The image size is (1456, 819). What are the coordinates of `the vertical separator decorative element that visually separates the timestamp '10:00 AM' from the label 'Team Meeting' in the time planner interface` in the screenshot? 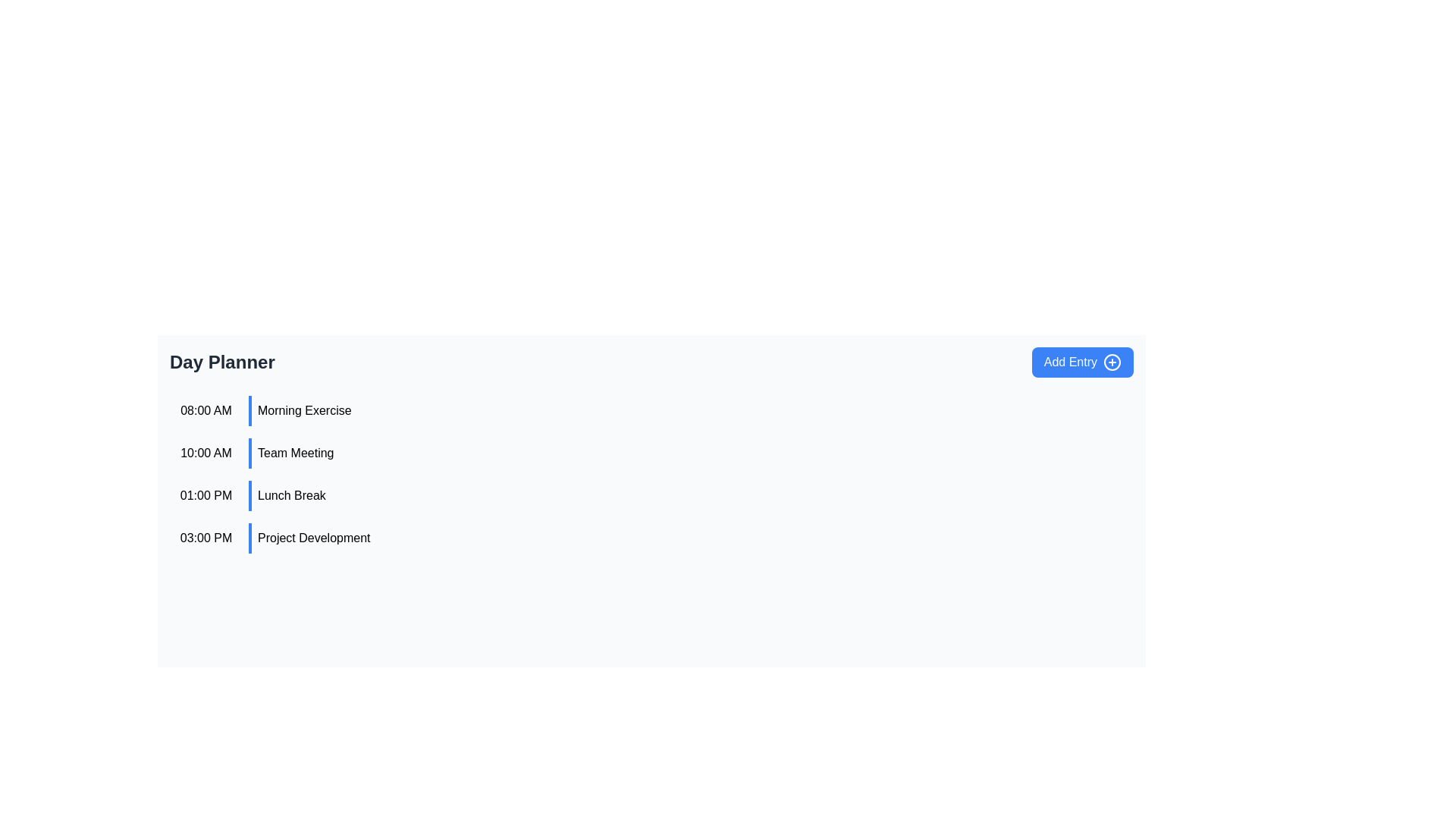 It's located at (250, 452).